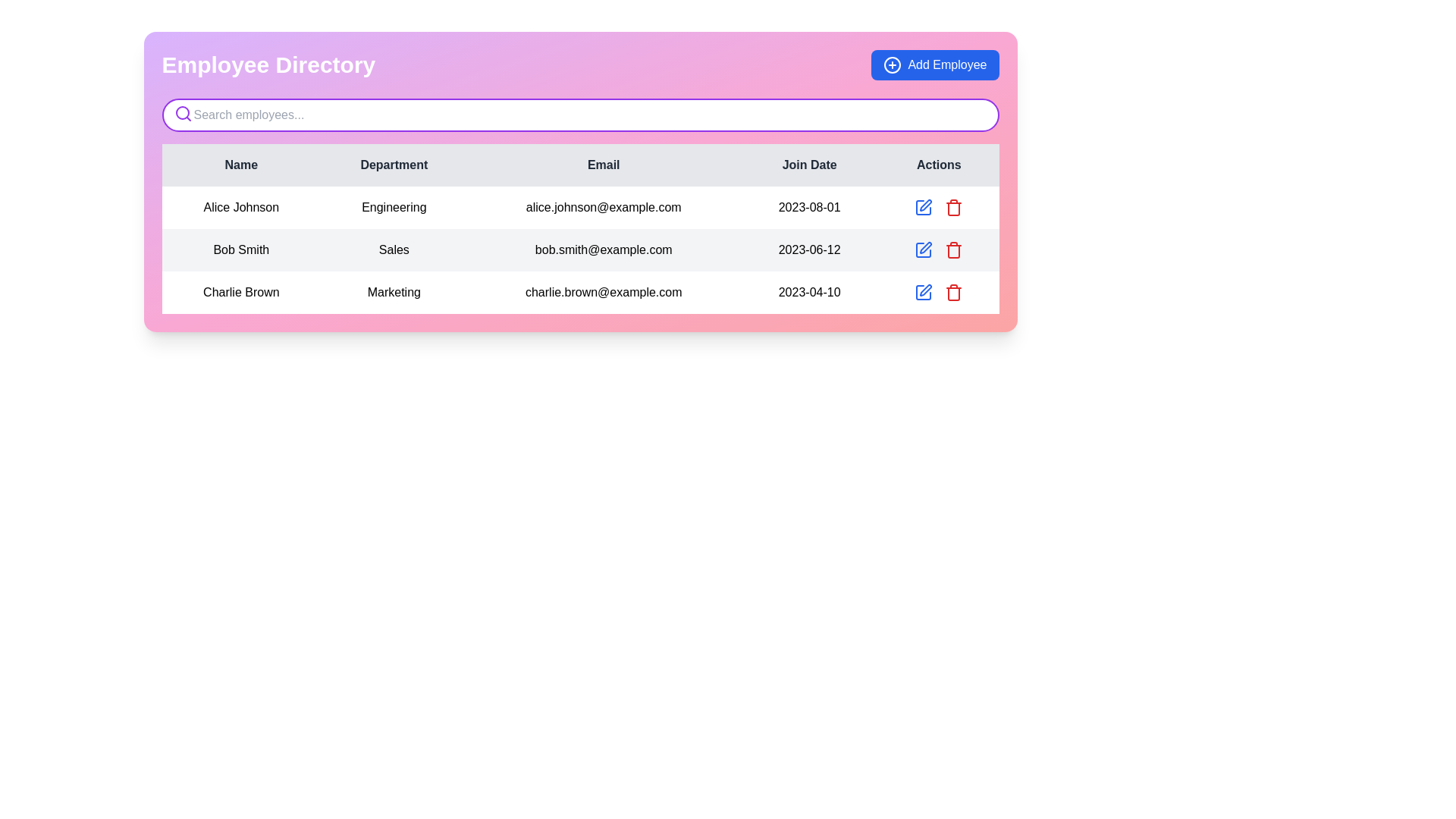 The height and width of the screenshot is (819, 1456). Describe the element at coordinates (938, 165) in the screenshot. I see `the 'Actions' header text label, which is the fifth element in the table header aligned with the 'Join Date' header` at that location.